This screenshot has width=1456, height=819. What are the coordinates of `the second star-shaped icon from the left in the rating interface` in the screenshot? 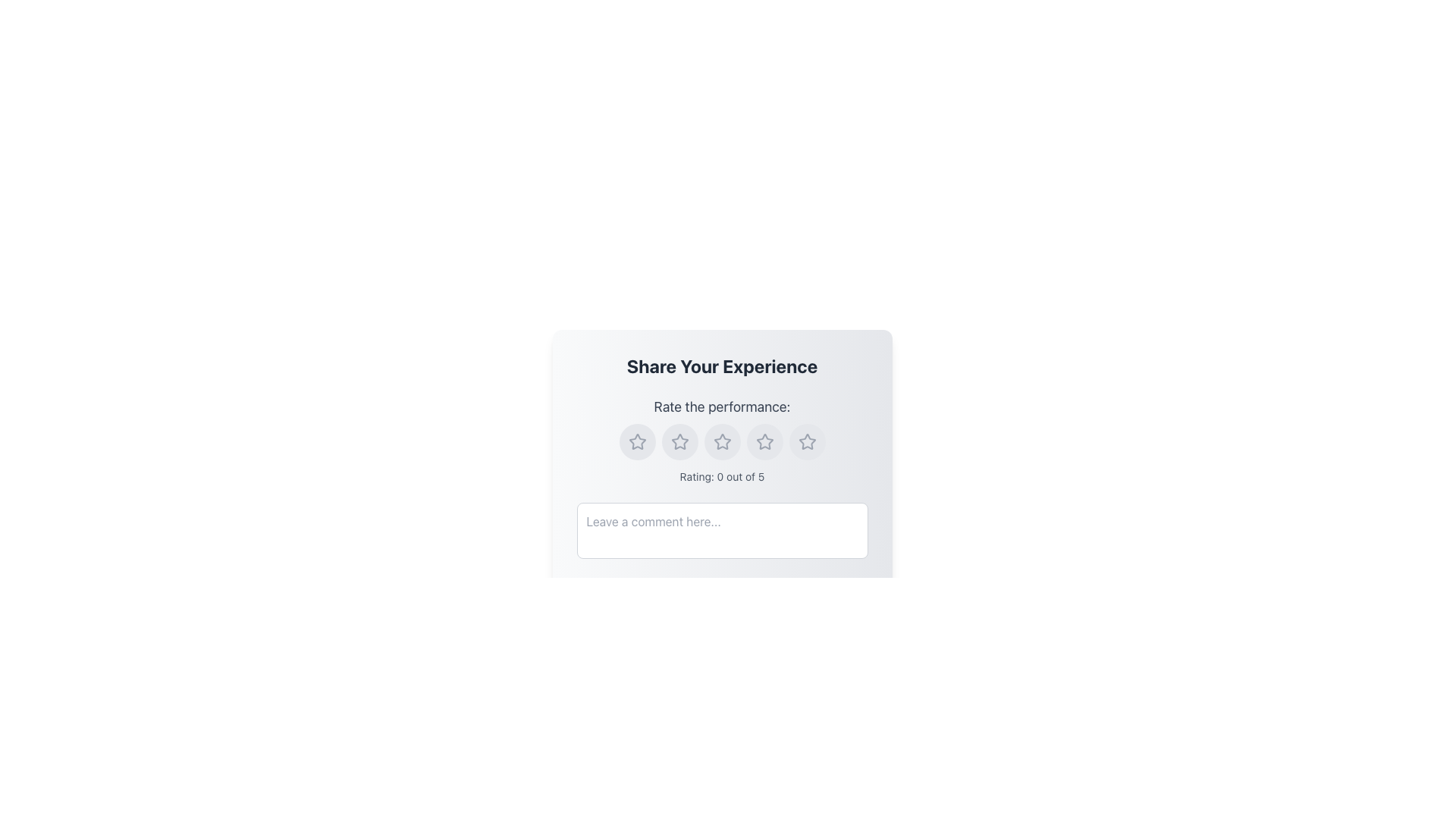 It's located at (679, 441).